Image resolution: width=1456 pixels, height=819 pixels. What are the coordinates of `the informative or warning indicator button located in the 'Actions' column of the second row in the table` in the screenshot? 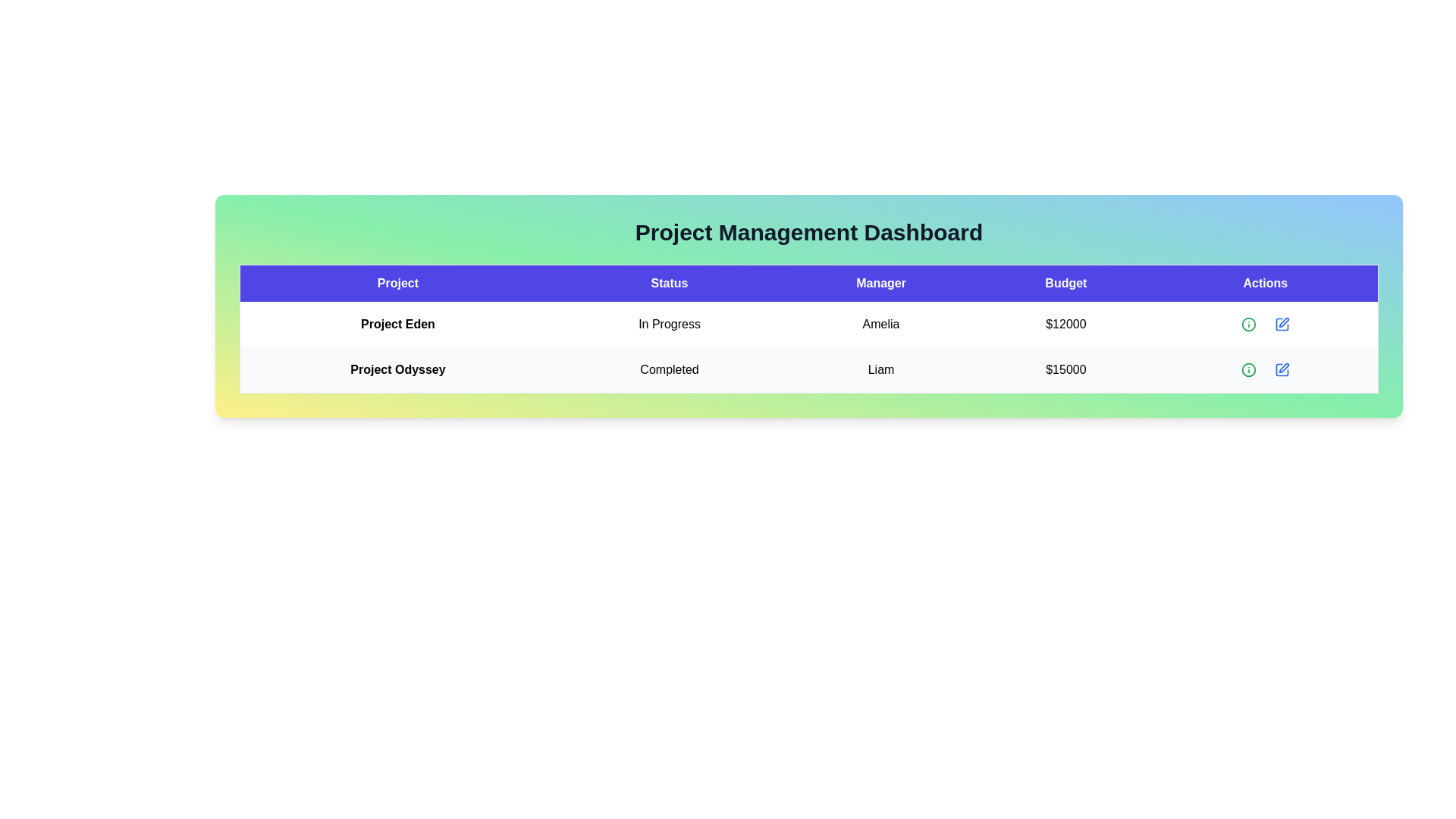 It's located at (1248, 370).